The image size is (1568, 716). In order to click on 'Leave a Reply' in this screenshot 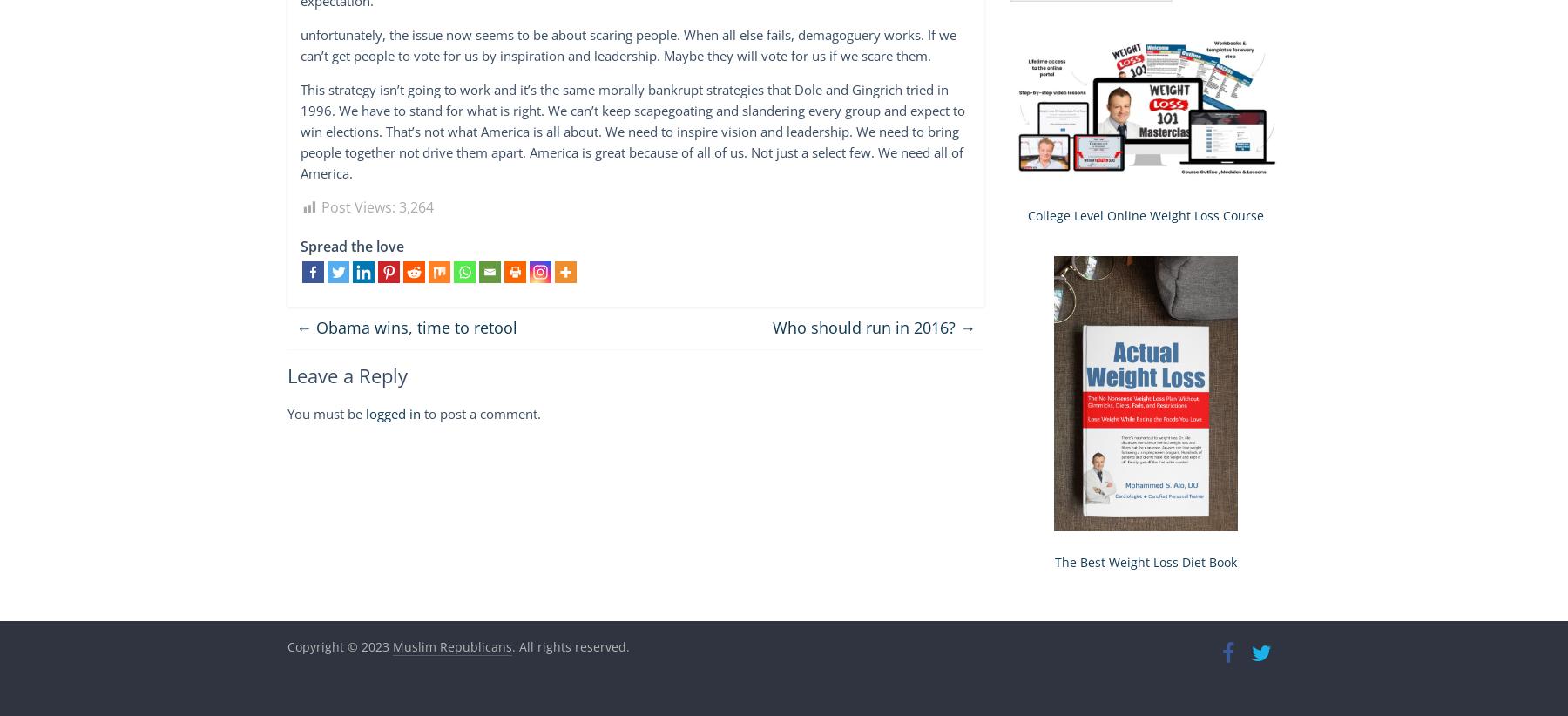, I will do `click(348, 373)`.